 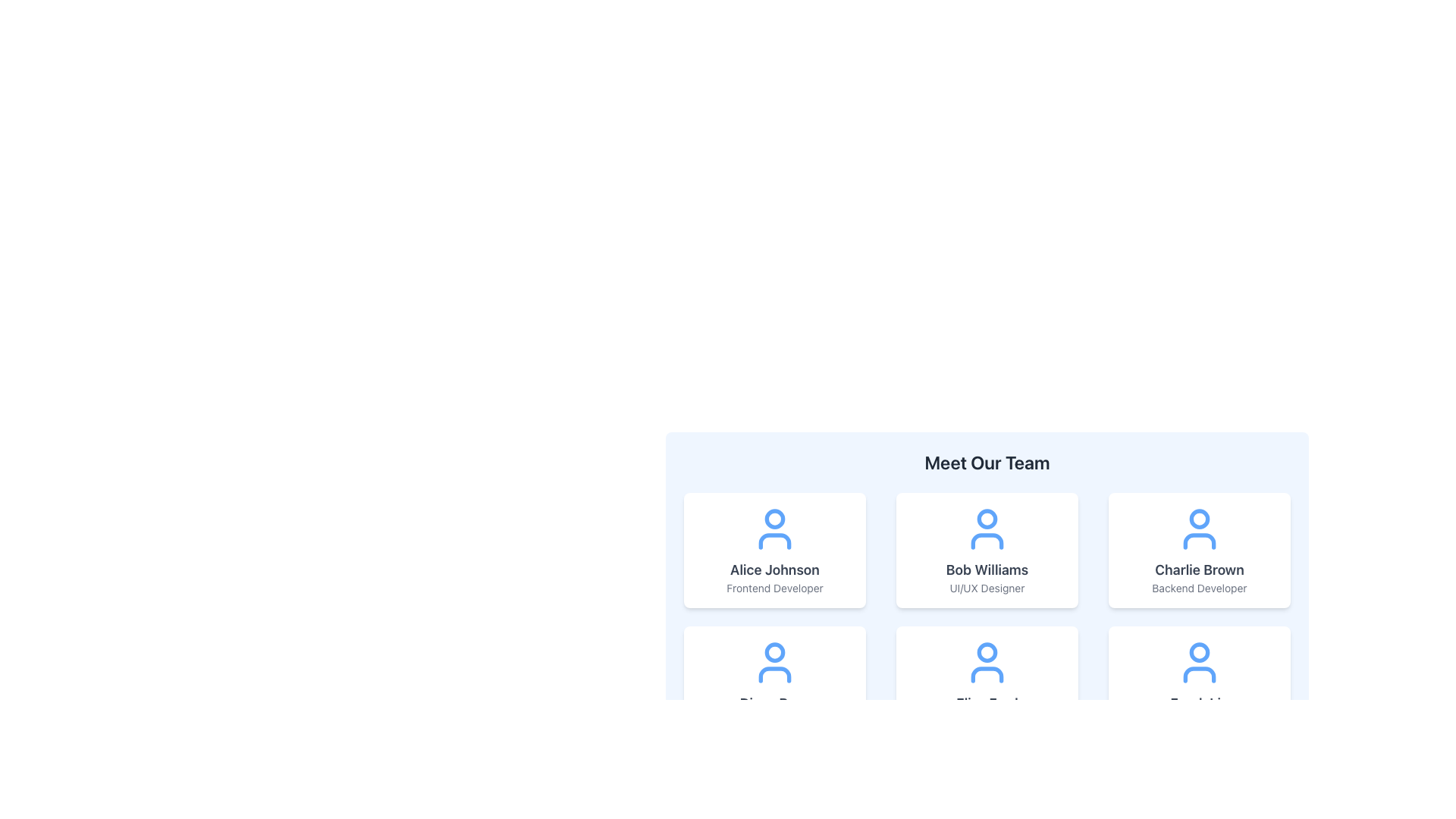 What do you see at coordinates (987, 674) in the screenshot?
I see `the lower section of the stylized human figure represented in the blue SVG icon, specifically the smooth semi-circular shape that forms the torso's bottom curve` at bounding box center [987, 674].